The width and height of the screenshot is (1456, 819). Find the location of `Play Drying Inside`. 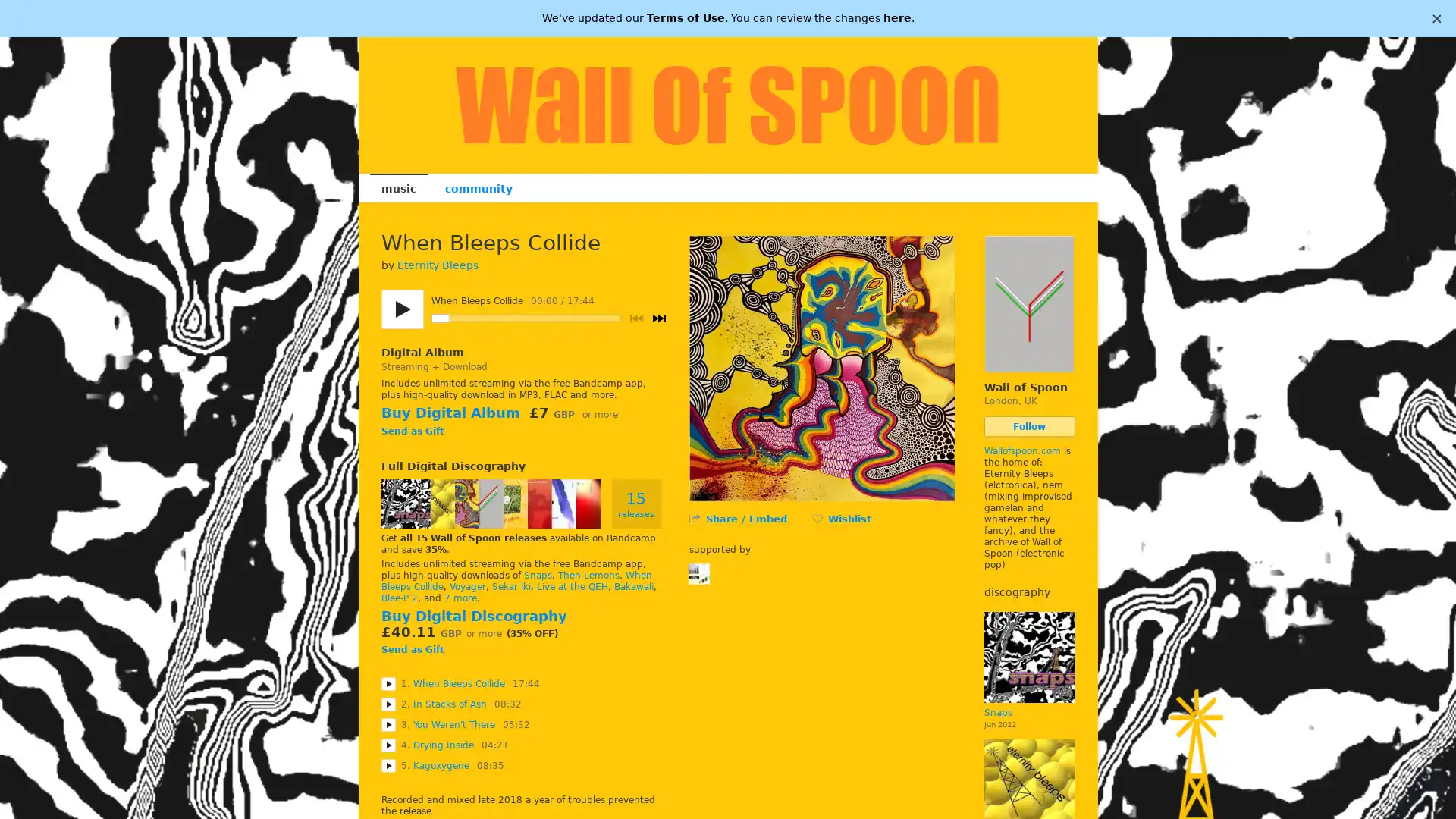

Play Drying Inside is located at coordinates (388, 744).